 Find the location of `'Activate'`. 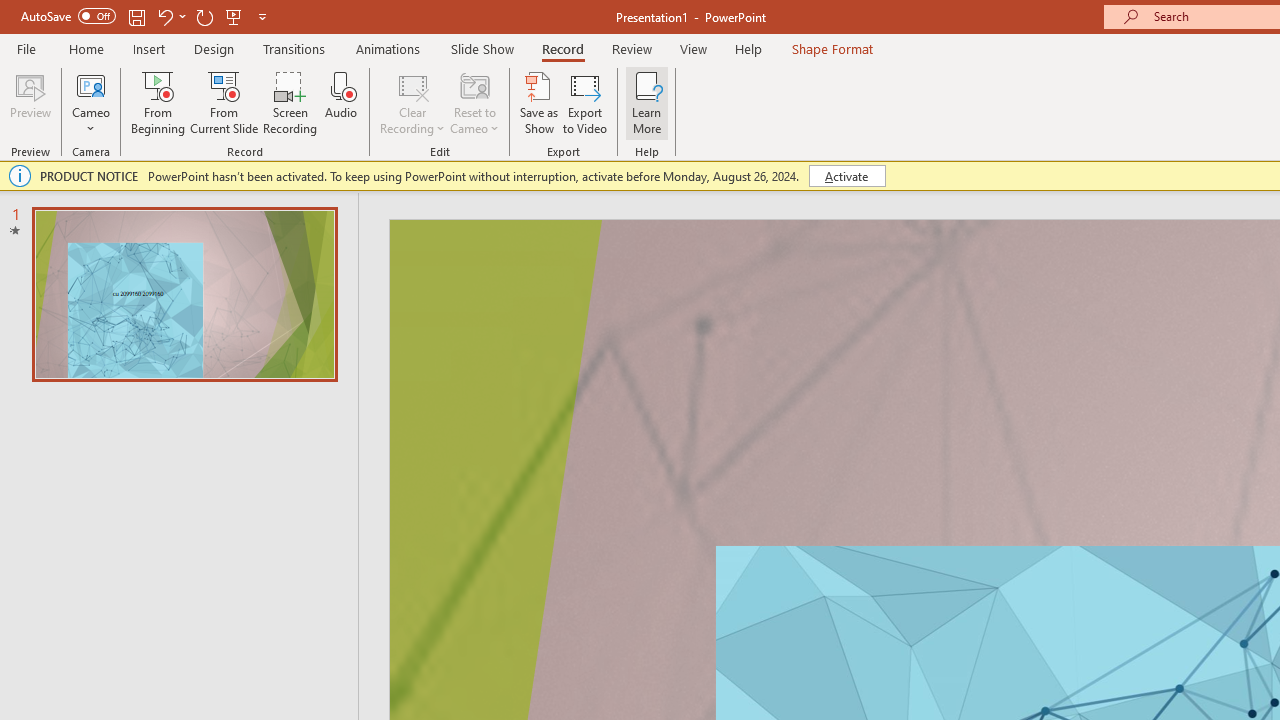

'Activate' is located at coordinates (847, 175).